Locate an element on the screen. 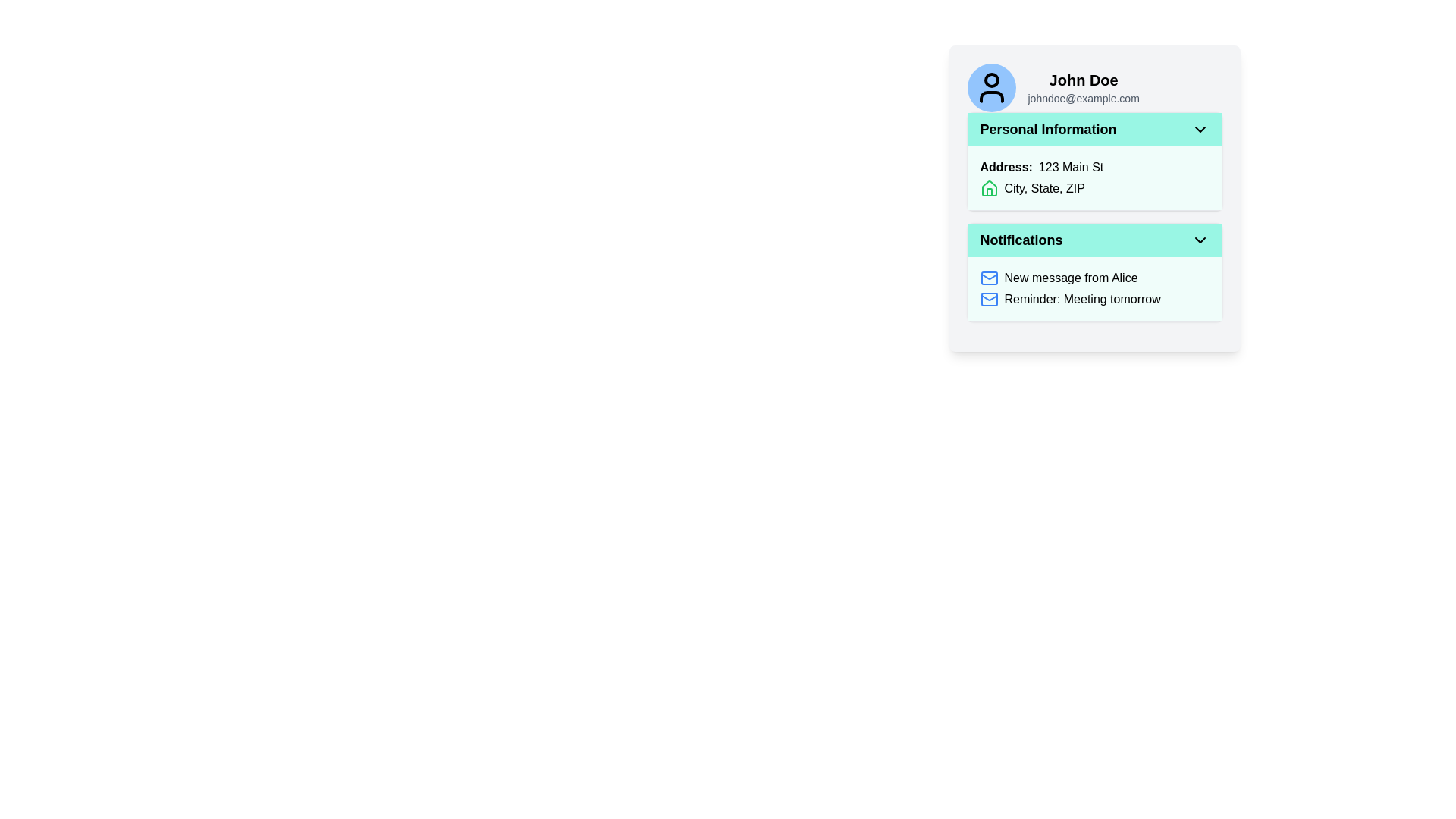  the downward-pointing chevron icon located at the top-right corner of the 'Personal Information' section header is located at coordinates (1199, 128).